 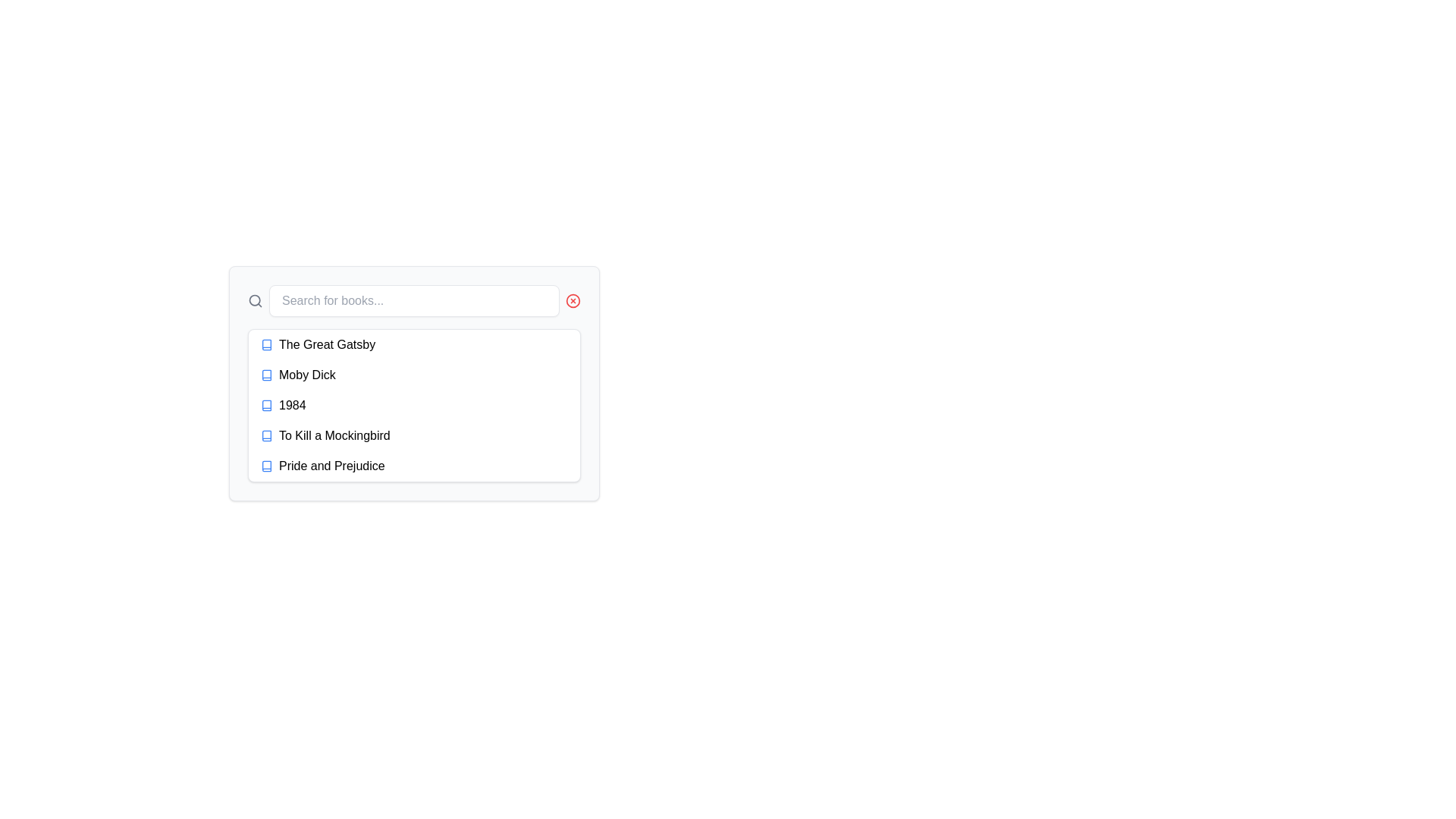 I want to click on the book icon that visually represents the text '1984', located in the third list item of a dropdown menu, so click(x=266, y=405).